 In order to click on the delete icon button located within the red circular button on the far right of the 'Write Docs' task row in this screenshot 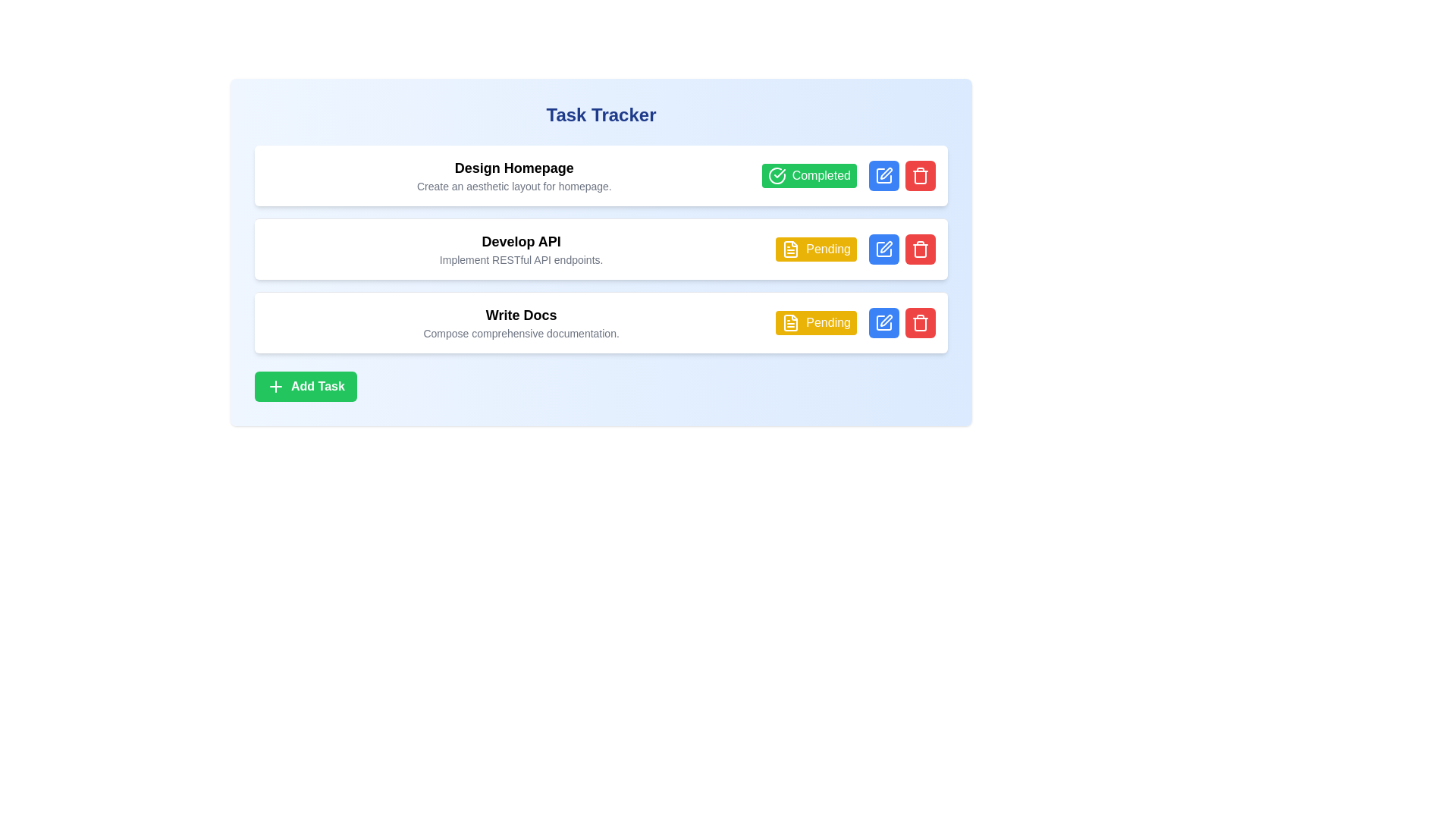, I will do `click(920, 322)`.